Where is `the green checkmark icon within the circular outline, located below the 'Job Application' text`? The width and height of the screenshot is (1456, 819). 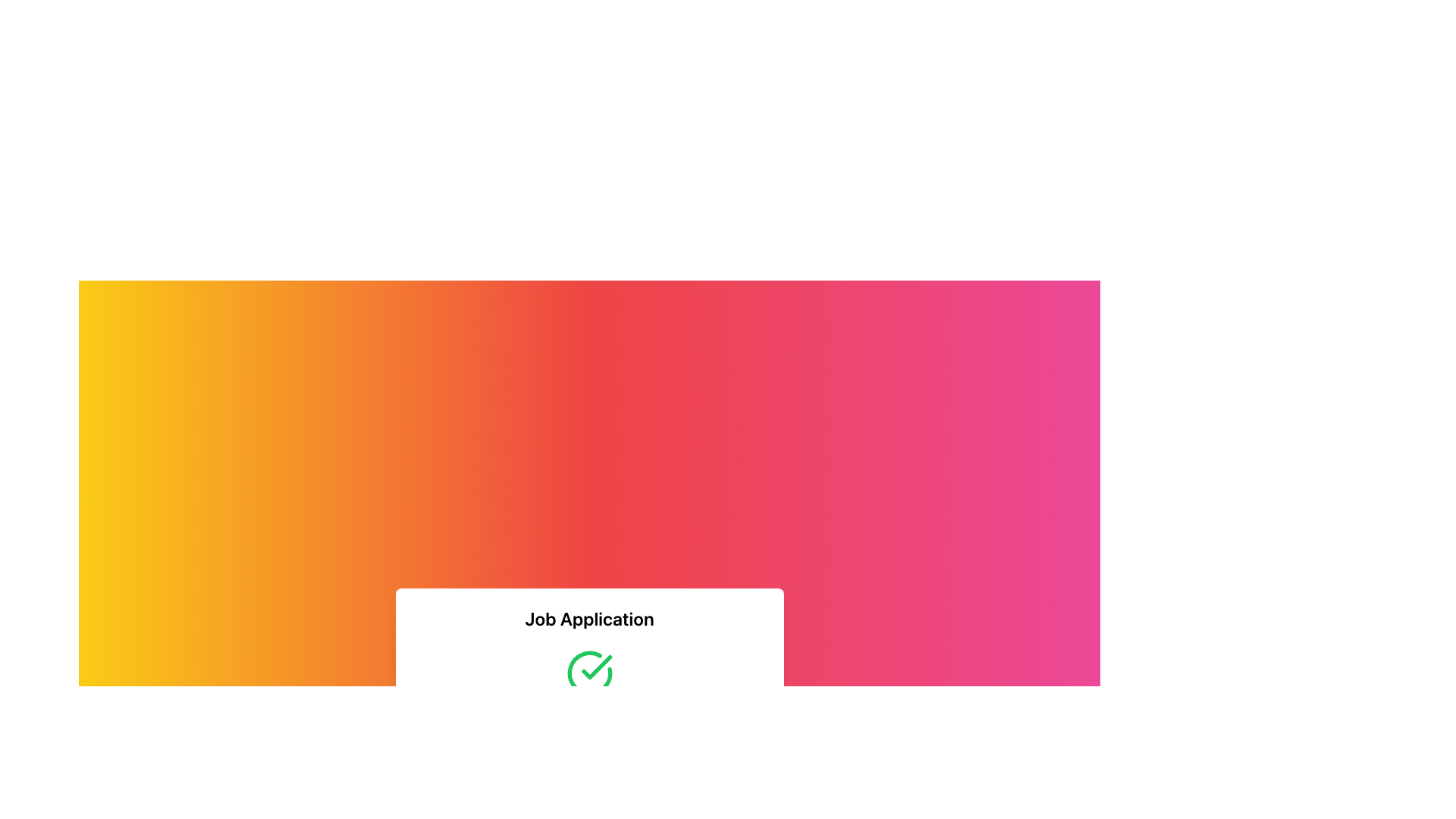
the green checkmark icon within the circular outline, located below the 'Job Application' text is located at coordinates (595, 666).